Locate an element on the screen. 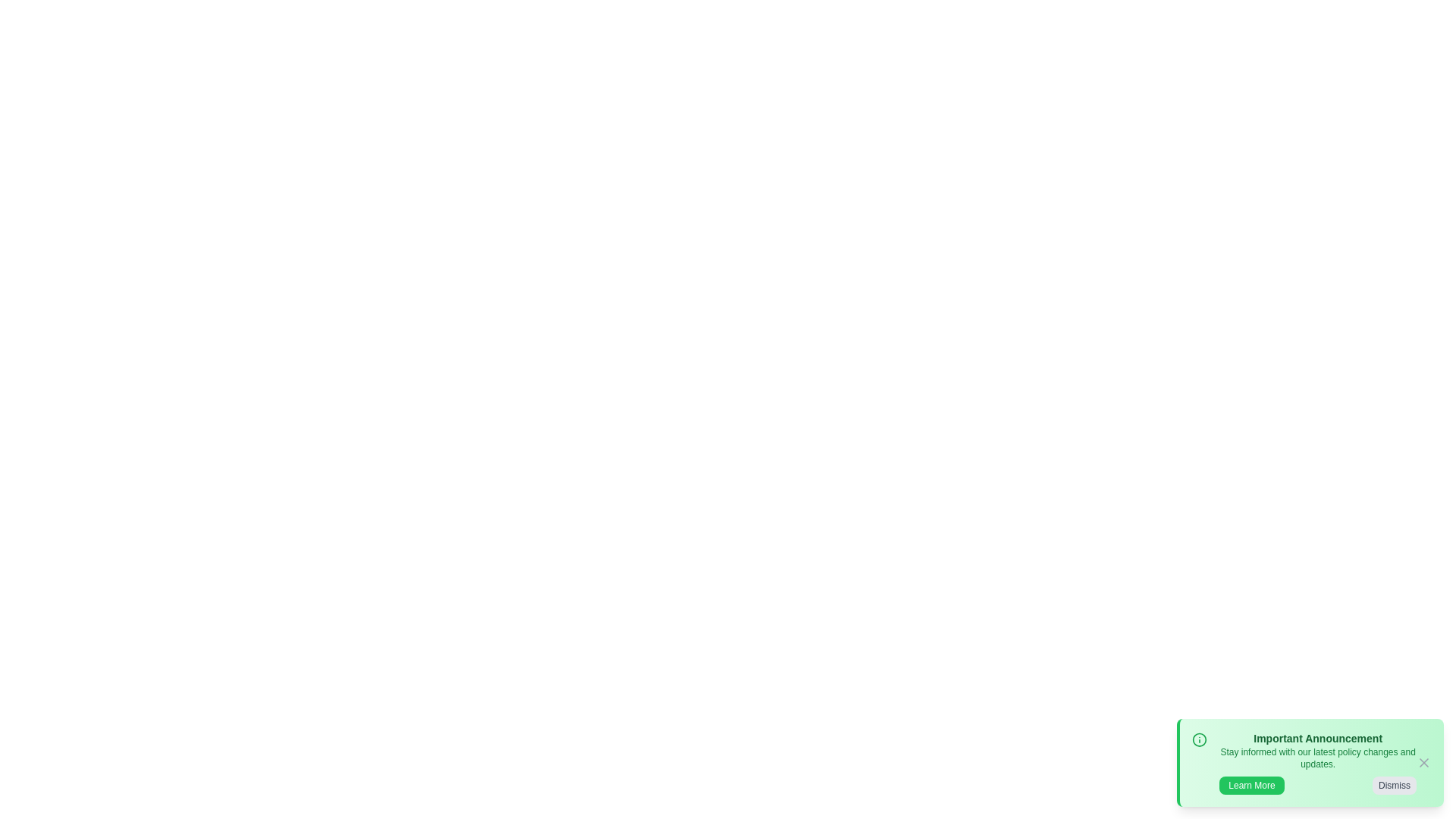 The width and height of the screenshot is (1456, 819). the 'Learn More' button to navigate to more information is located at coordinates (1252, 785).